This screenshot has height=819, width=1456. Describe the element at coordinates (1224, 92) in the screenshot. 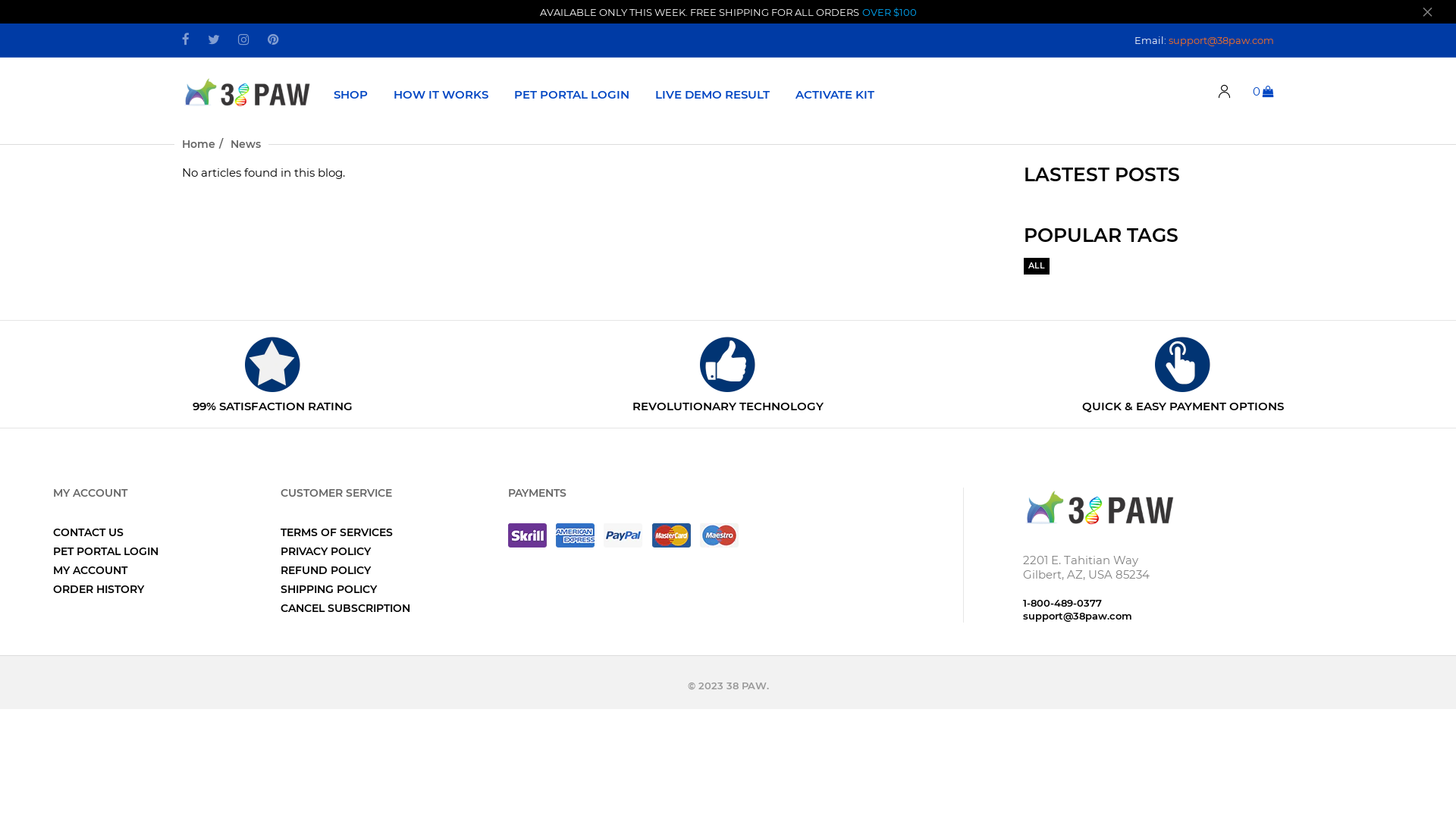

I see `'Sign in'` at that location.